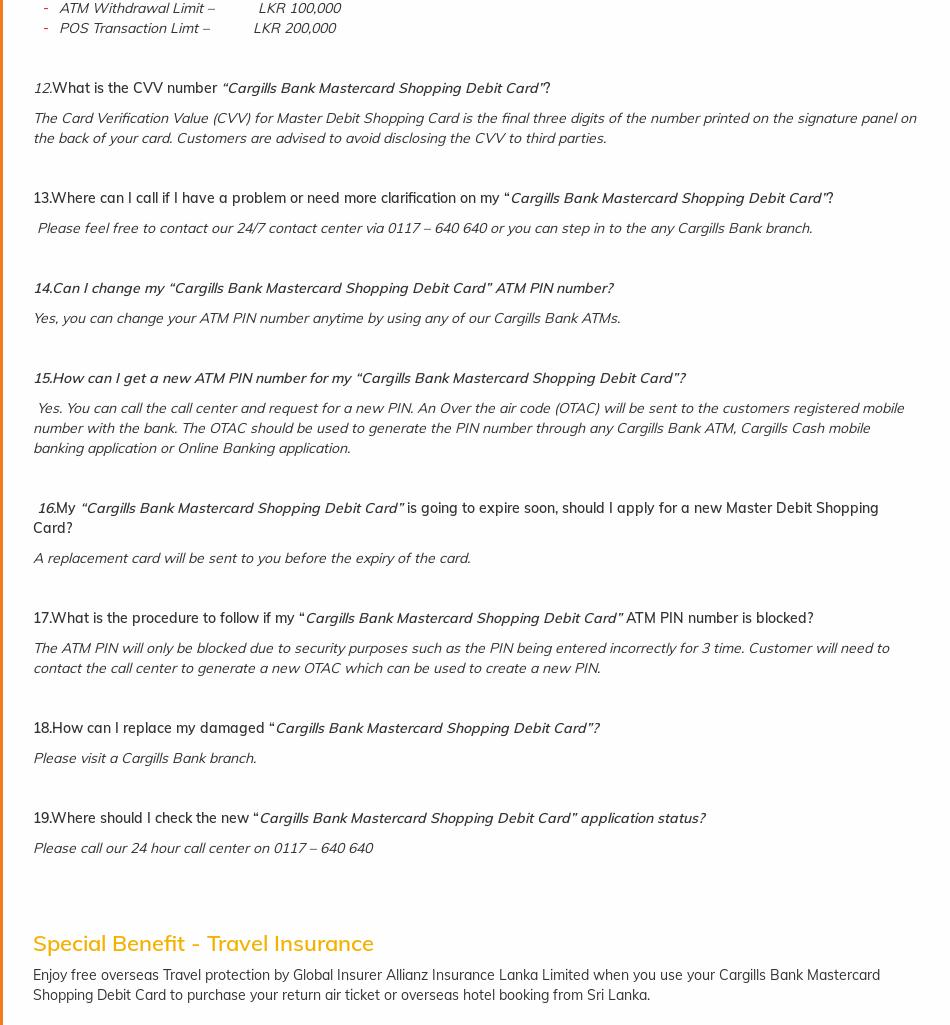 This screenshot has height=1025, width=950. What do you see at coordinates (197, 27) in the screenshot?
I see `'POS Transaction Limt –           LKR 200,000'` at bounding box center [197, 27].